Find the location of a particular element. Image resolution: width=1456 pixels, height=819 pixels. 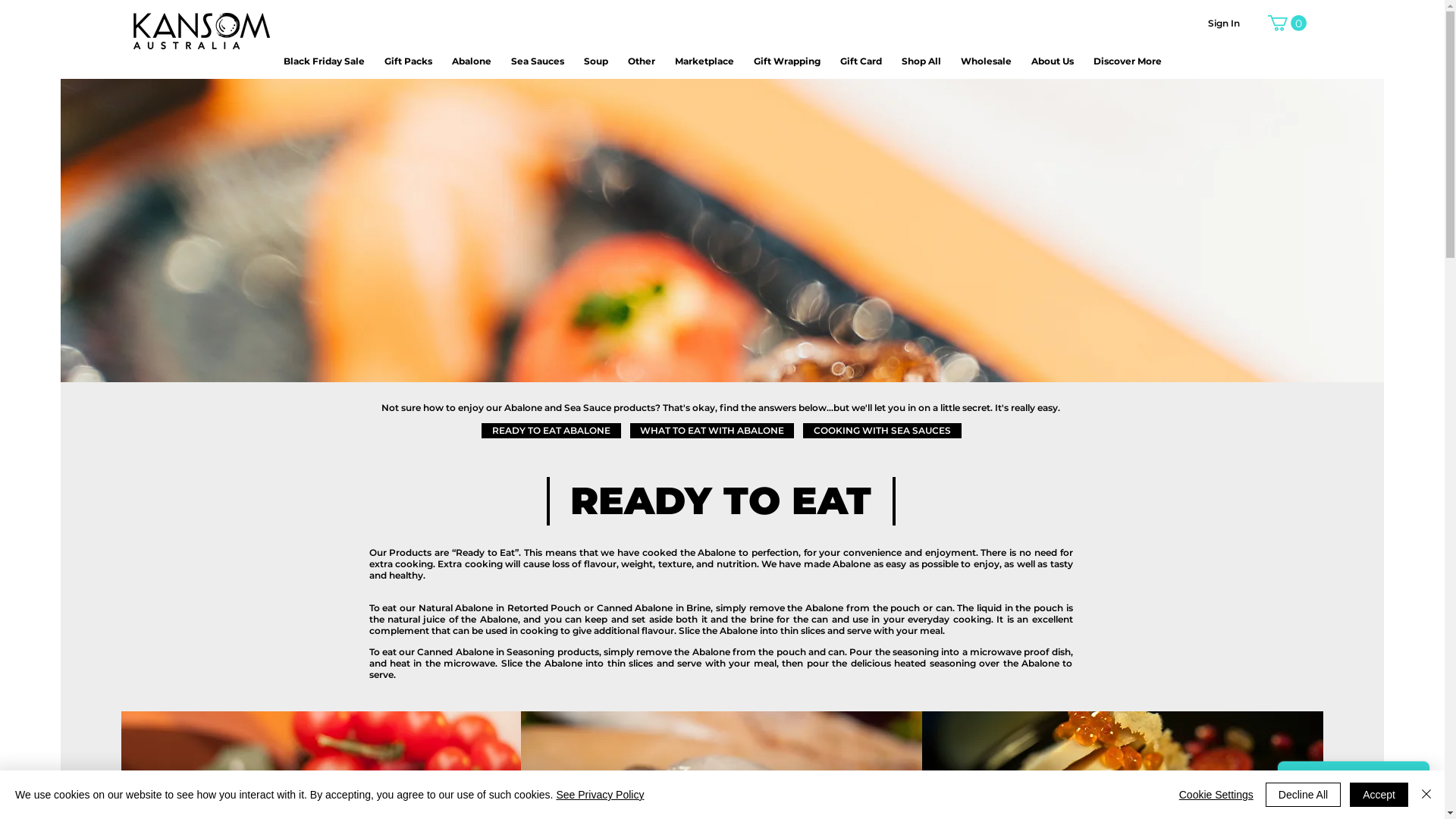

'Soup' is located at coordinates (595, 60).